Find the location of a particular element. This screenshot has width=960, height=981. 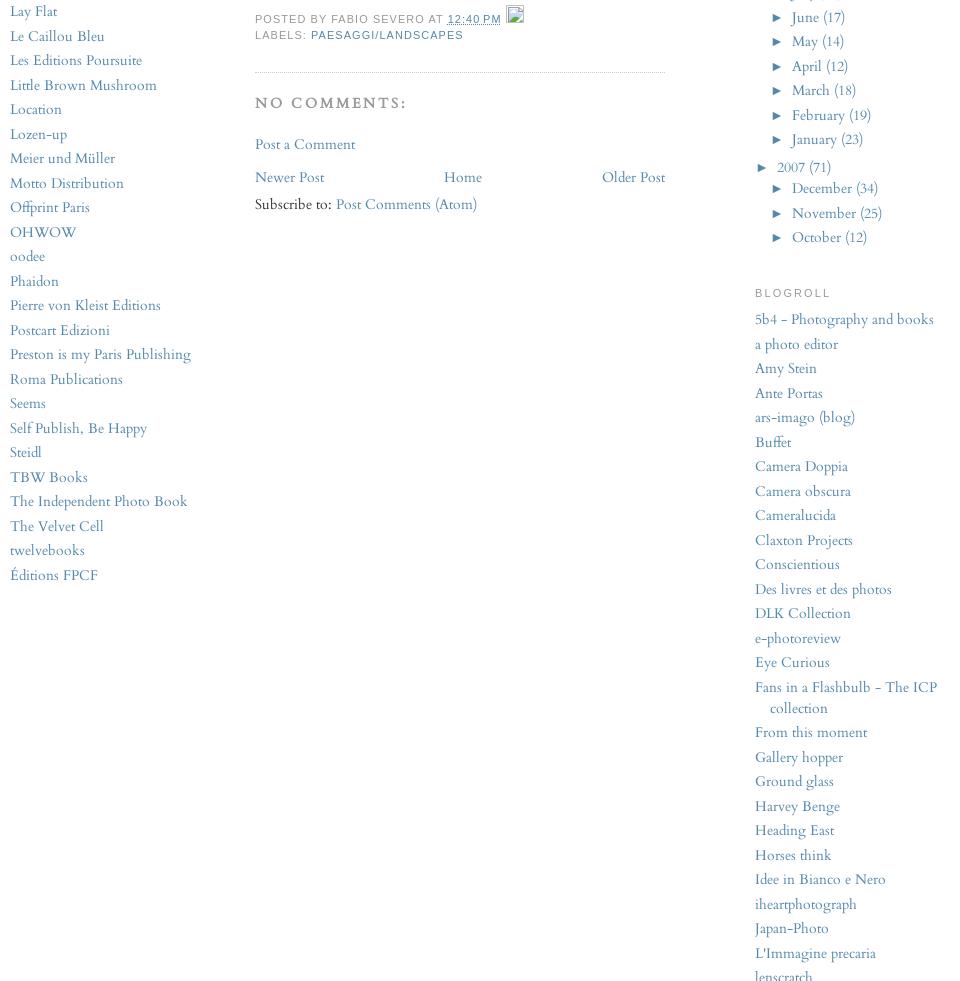

'January' is located at coordinates (815, 138).